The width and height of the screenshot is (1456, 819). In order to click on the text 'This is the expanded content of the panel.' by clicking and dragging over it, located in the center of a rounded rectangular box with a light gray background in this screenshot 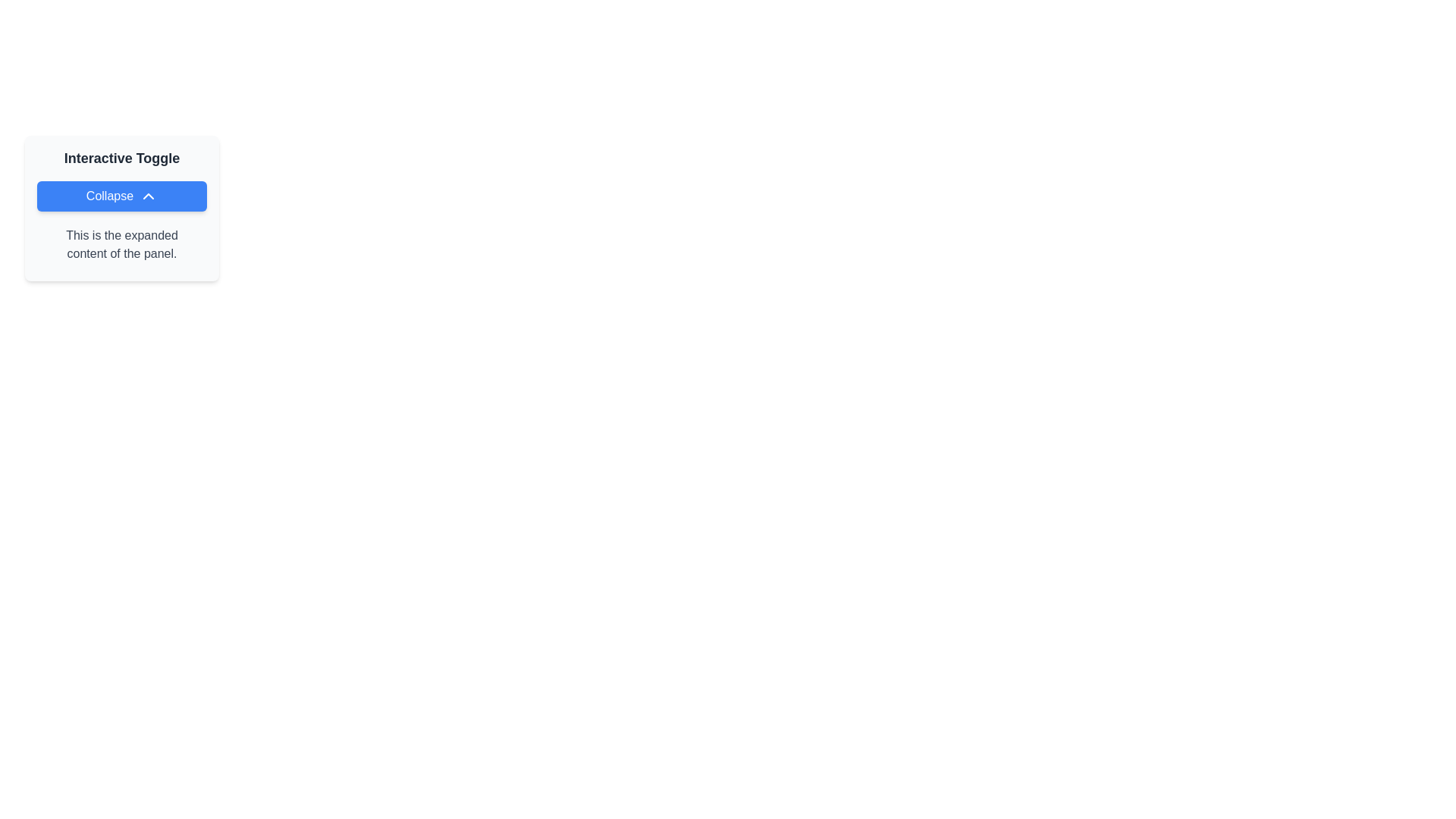, I will do `click(122, 244)`.